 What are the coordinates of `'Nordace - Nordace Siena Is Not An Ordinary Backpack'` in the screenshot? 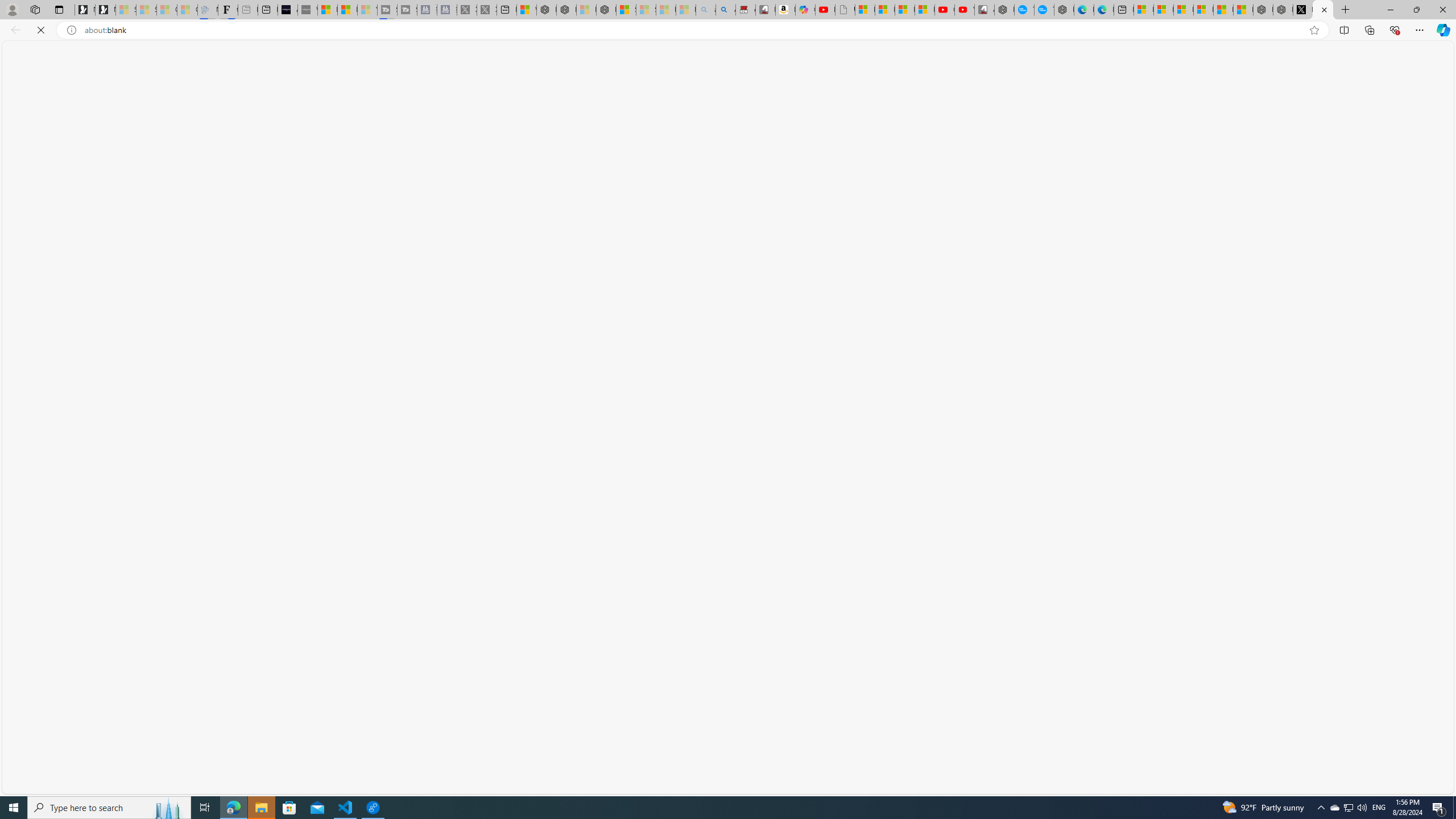 It's located at (606, 9).